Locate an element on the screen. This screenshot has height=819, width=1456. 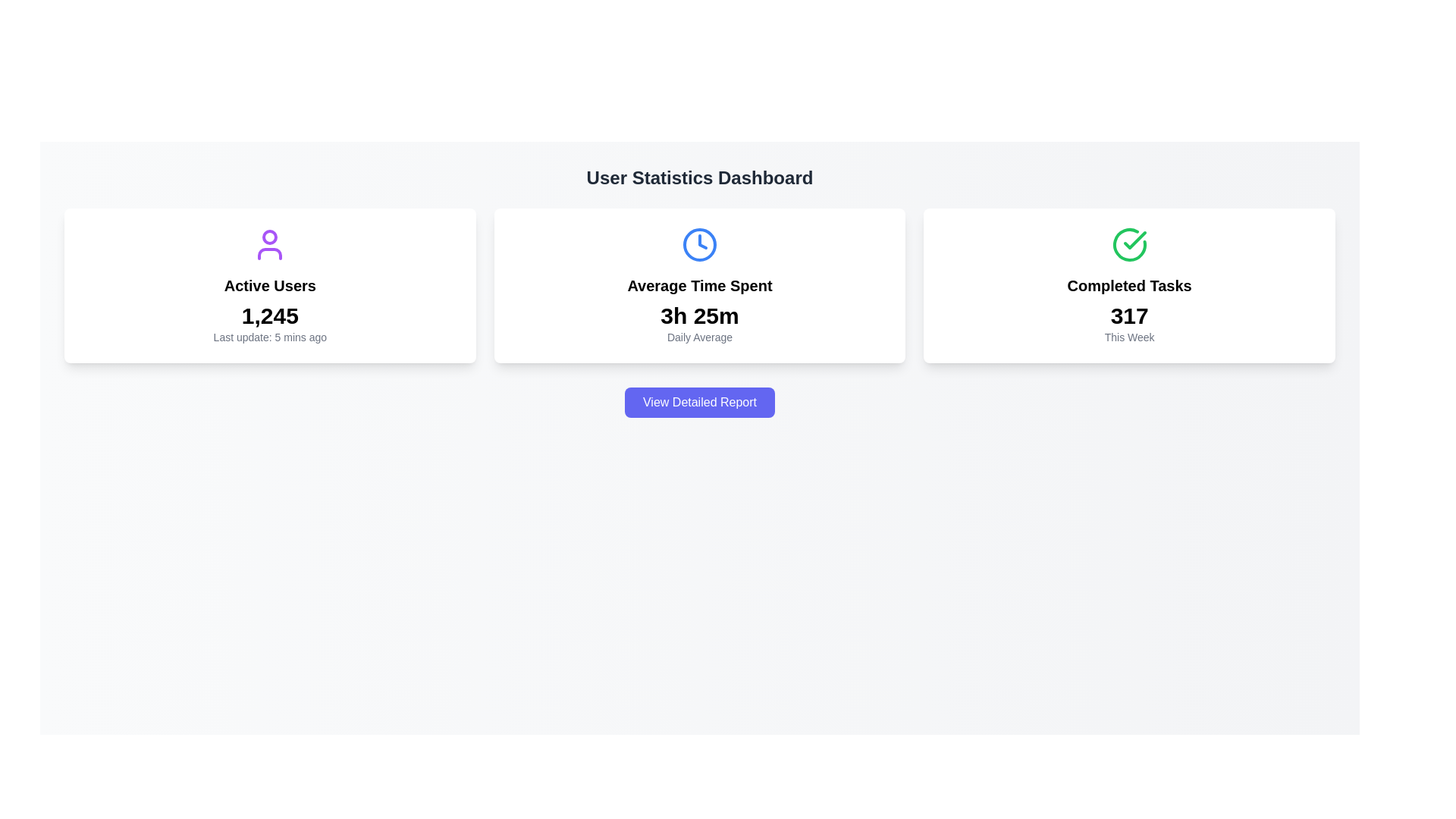
the text label indicating the category of completed tasks, which is located in the rightmost card above the numeric value '317' and below the checkmark icon is located at coordinates (1129, 286).